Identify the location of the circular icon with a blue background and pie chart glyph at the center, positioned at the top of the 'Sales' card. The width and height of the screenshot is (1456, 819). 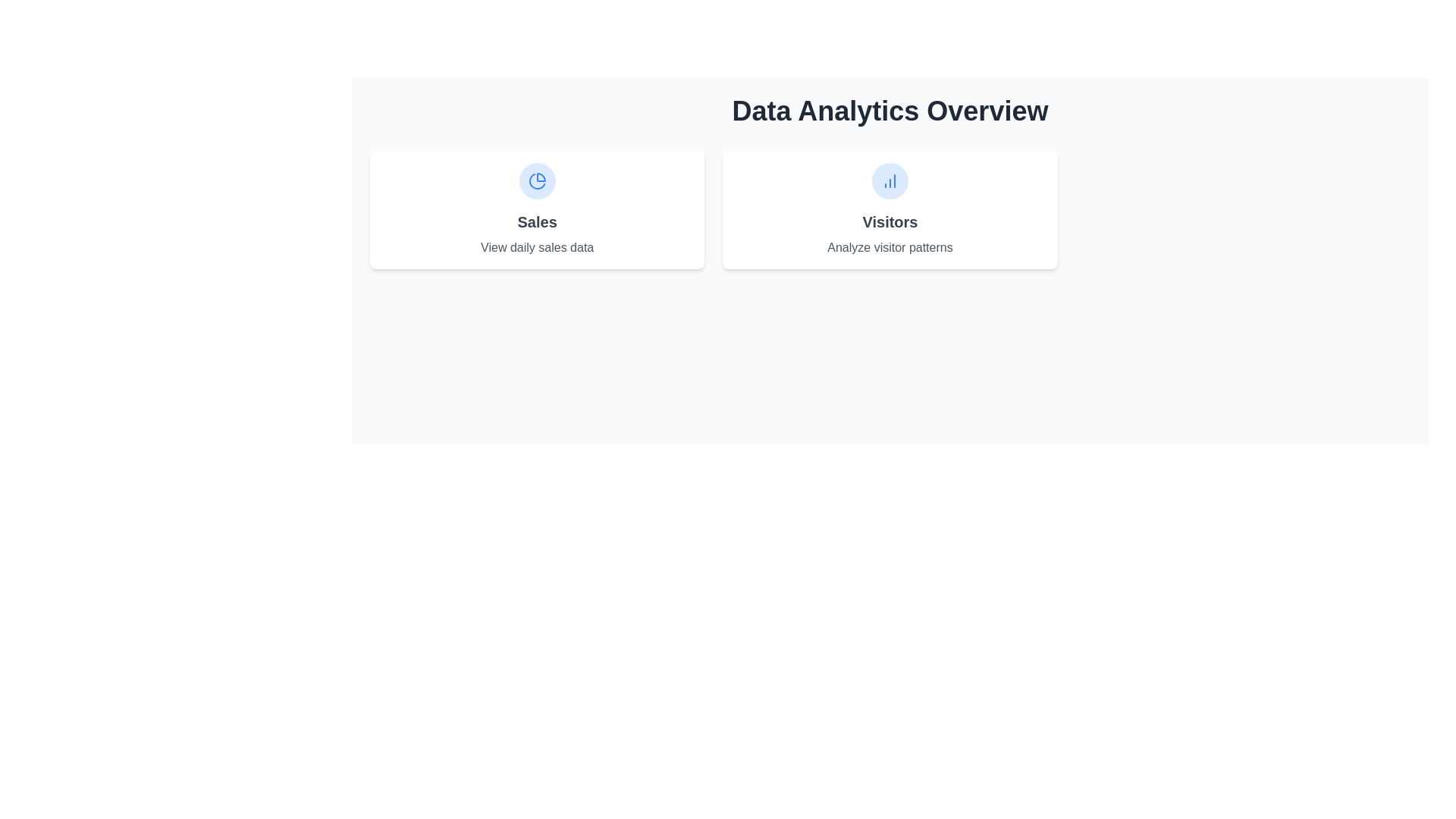
(537, 180).